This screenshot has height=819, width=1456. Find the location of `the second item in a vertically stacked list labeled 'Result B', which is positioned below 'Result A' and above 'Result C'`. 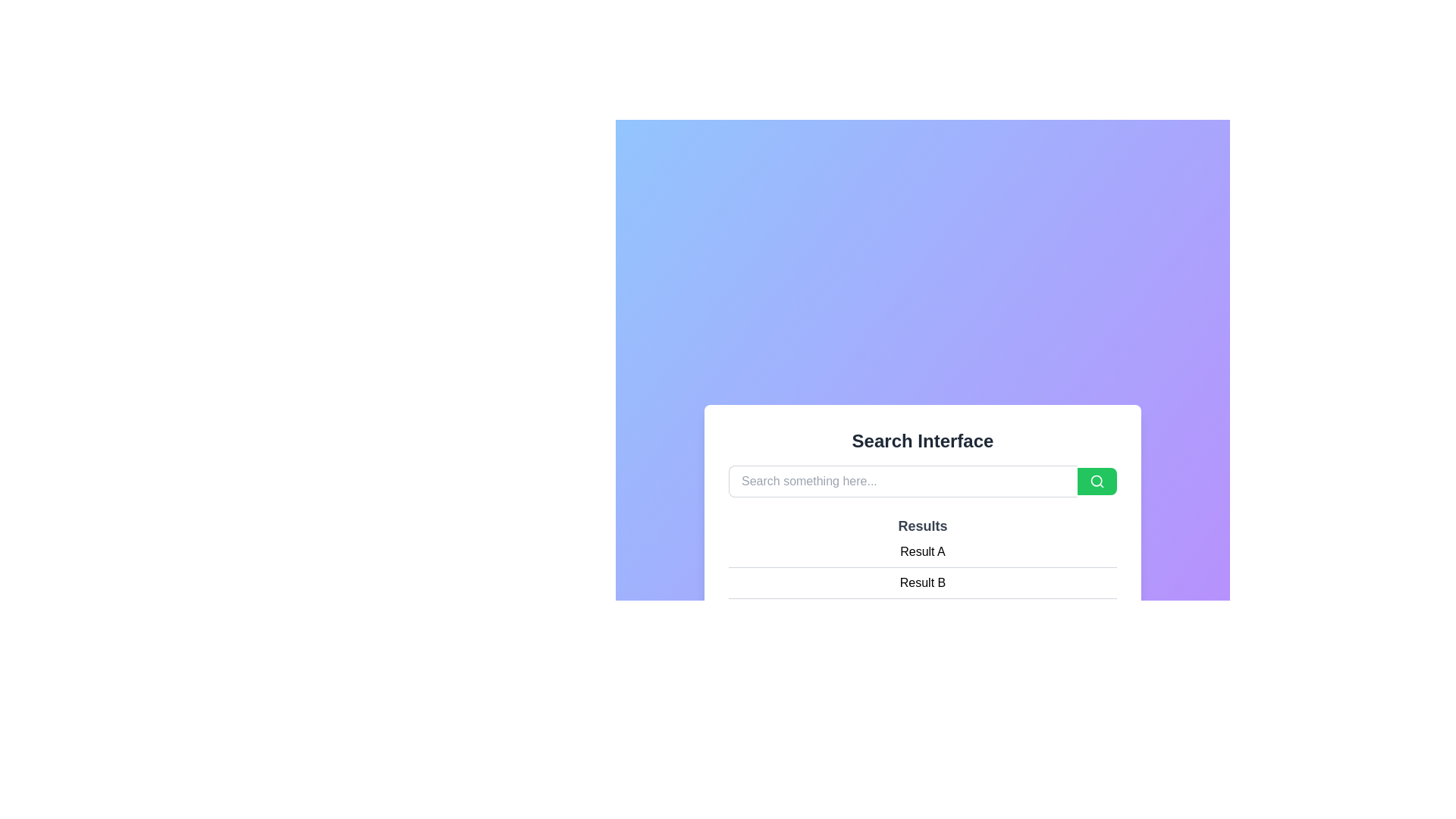

the second item in a vertically stacked list labeled 'Result B', which is positioned below 'Result A' and above 'Result C' is located at coordinates (922, 582).